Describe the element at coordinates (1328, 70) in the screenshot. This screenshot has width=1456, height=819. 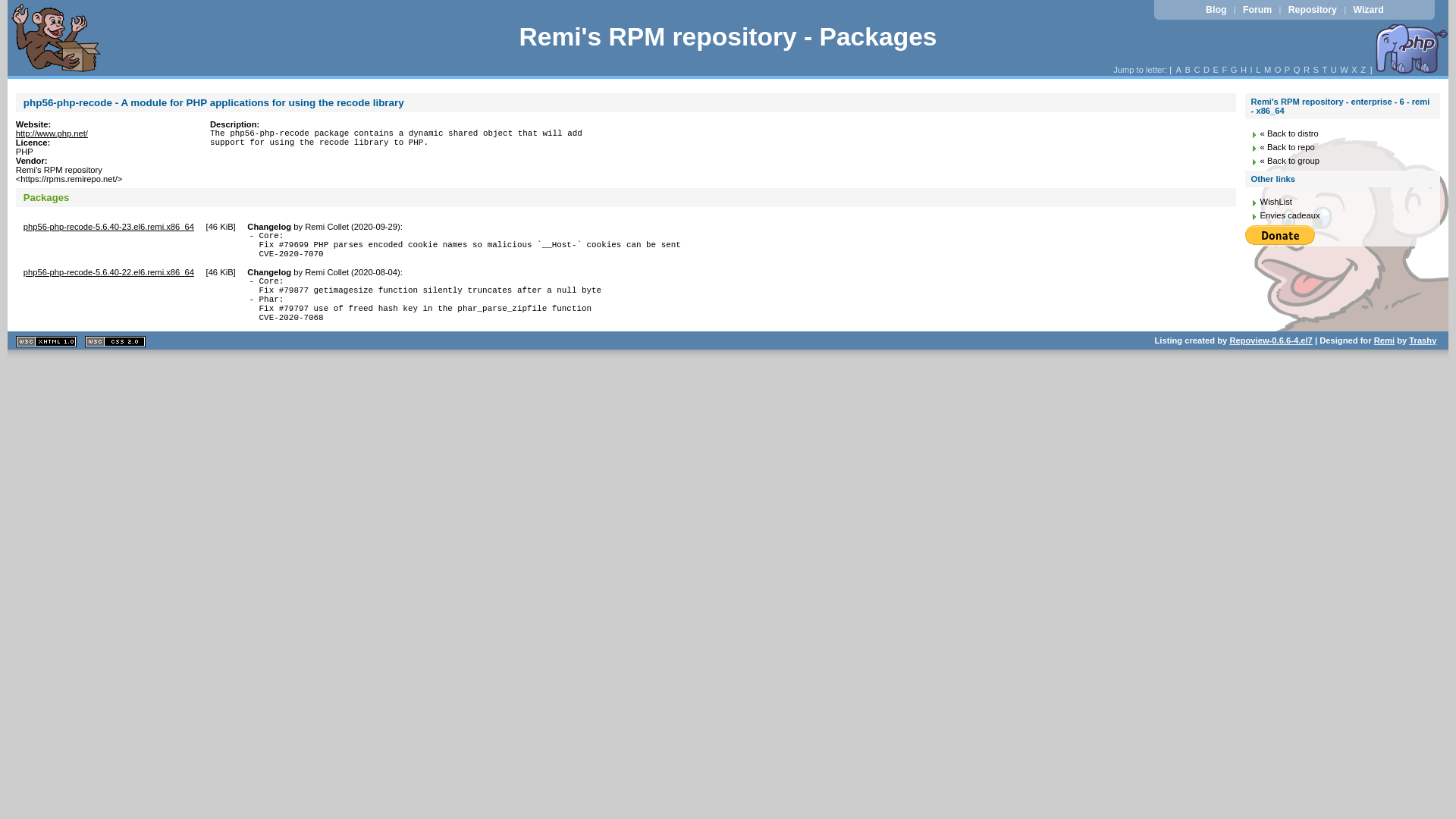
I see `'U'` at that location.